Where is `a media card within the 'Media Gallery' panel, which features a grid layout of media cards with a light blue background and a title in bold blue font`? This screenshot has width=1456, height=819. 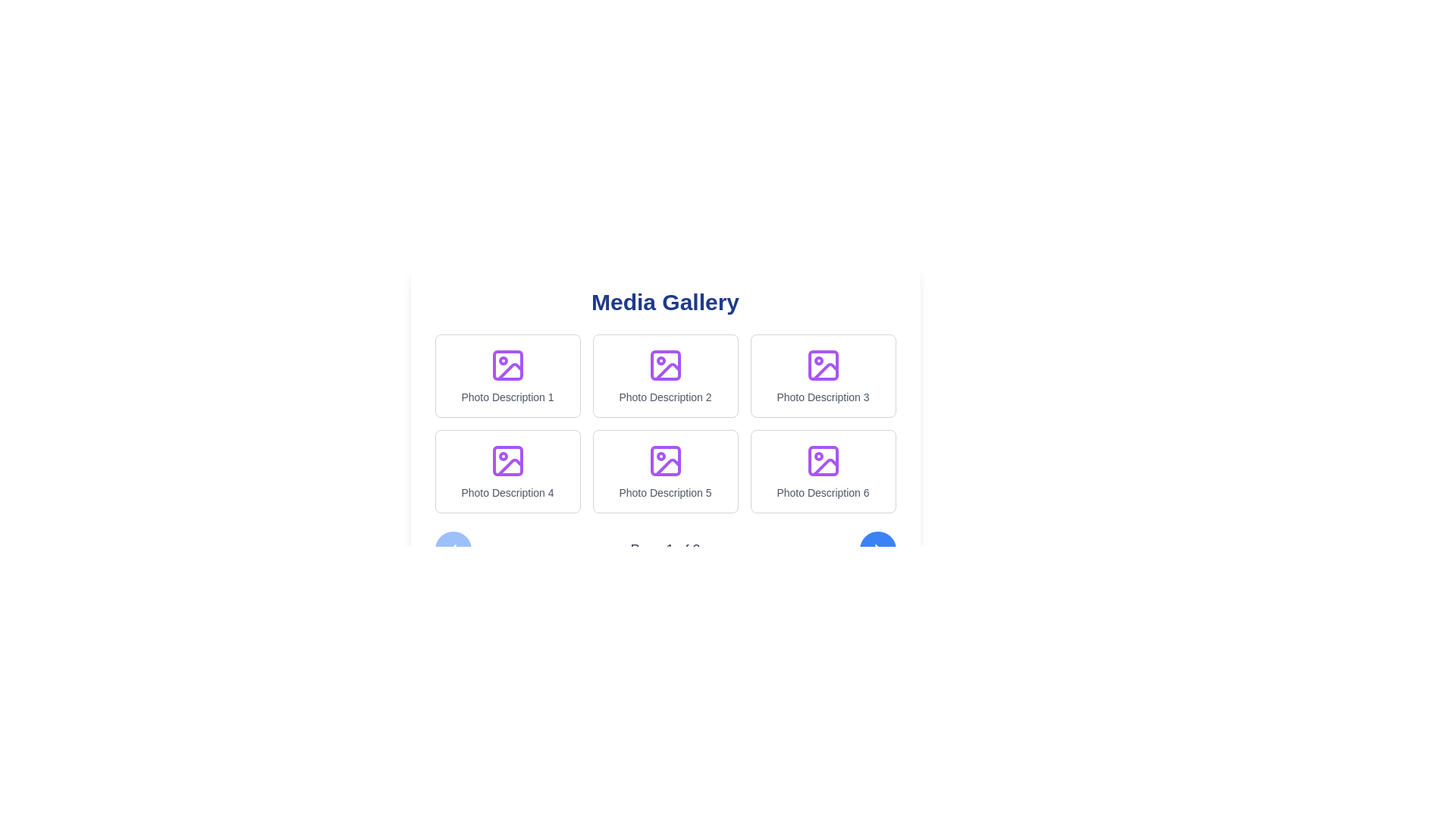
a media card within the 'Media Gallery' panel, which features a grid layout of media cards with a light blue background and a title in bold blue font is located at coordinates (665, 428).